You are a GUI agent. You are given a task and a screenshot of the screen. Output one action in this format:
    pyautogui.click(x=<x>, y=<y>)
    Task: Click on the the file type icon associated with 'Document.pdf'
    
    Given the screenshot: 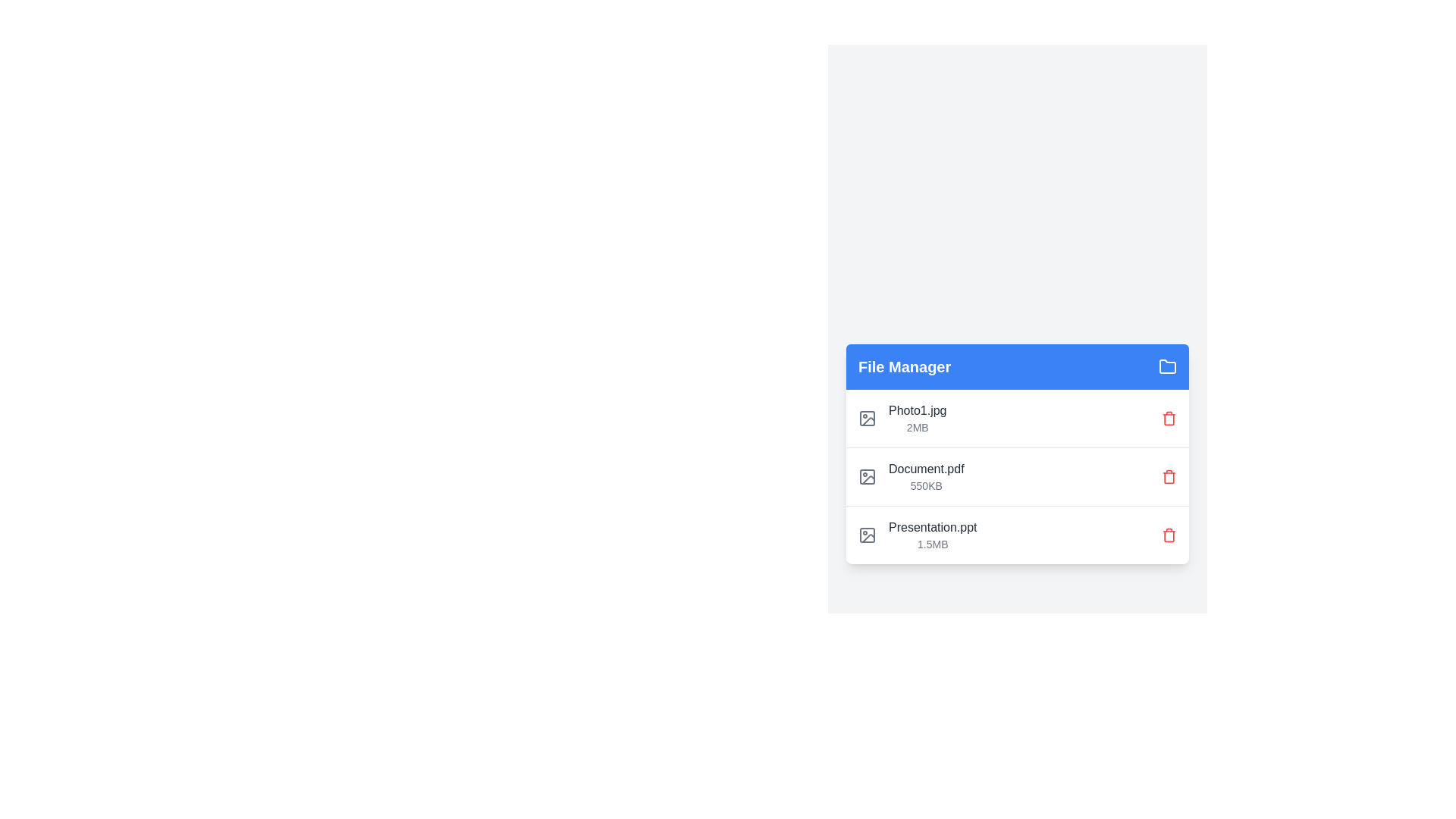 What is the action you would take?
    pyautogui.click(x=867, y=475)
    